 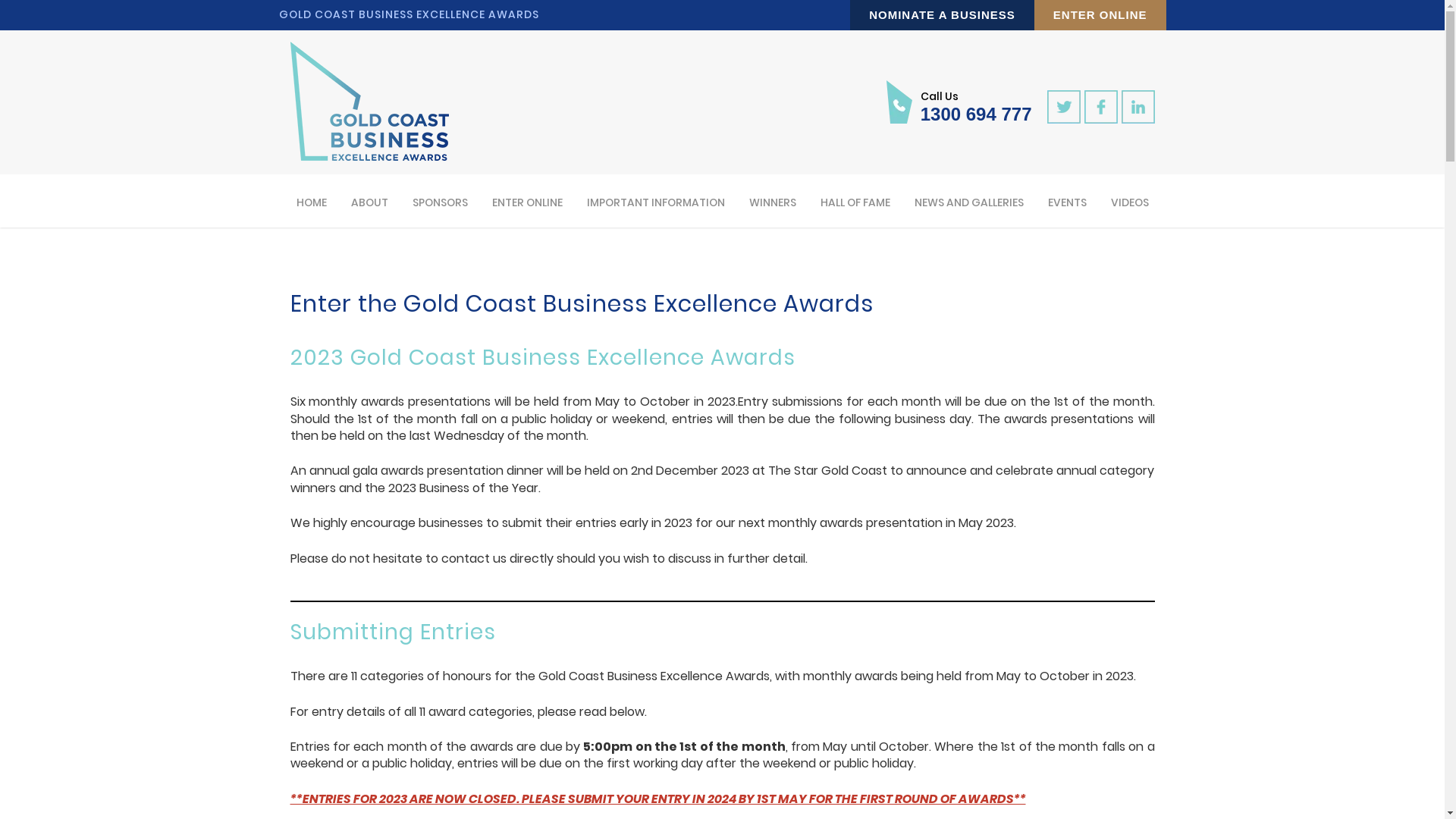 I want to click on 'IMPORTANT INFORMATION', so click(x=585, y=200).